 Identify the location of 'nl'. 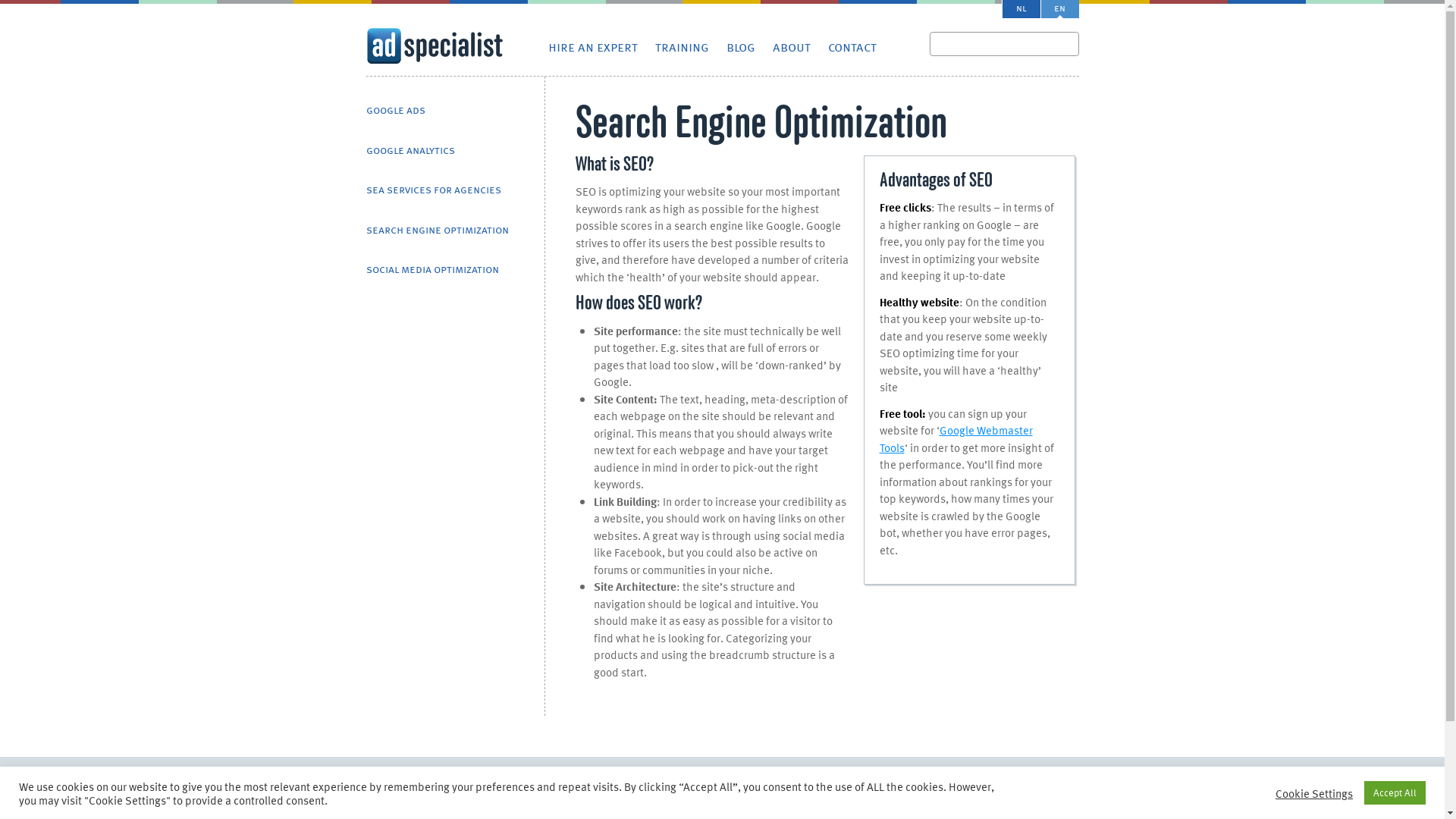
(1020, 8).